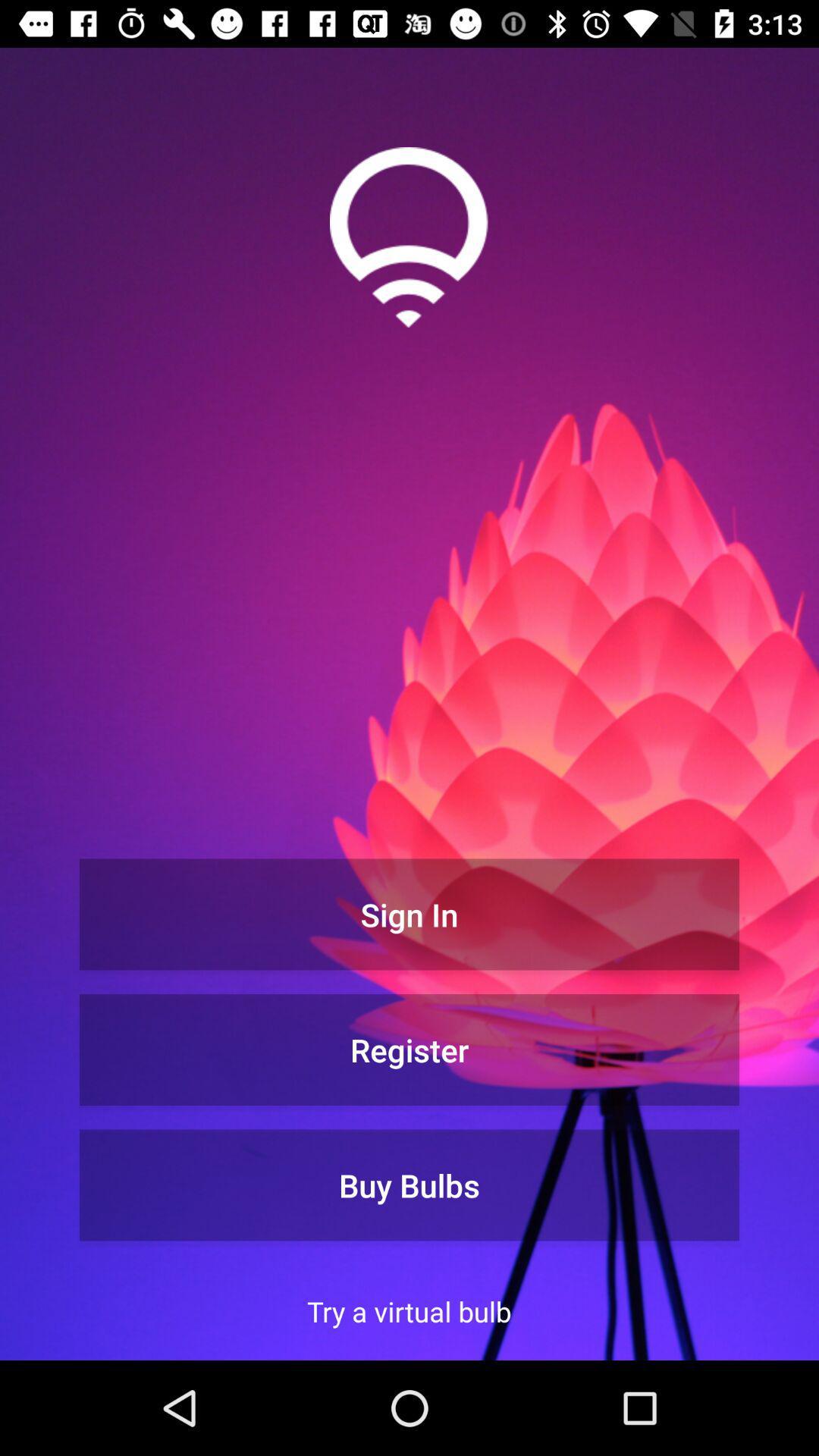 The image size is (819, 1456). I want to click on button below sign in button, so click(409, 1049).